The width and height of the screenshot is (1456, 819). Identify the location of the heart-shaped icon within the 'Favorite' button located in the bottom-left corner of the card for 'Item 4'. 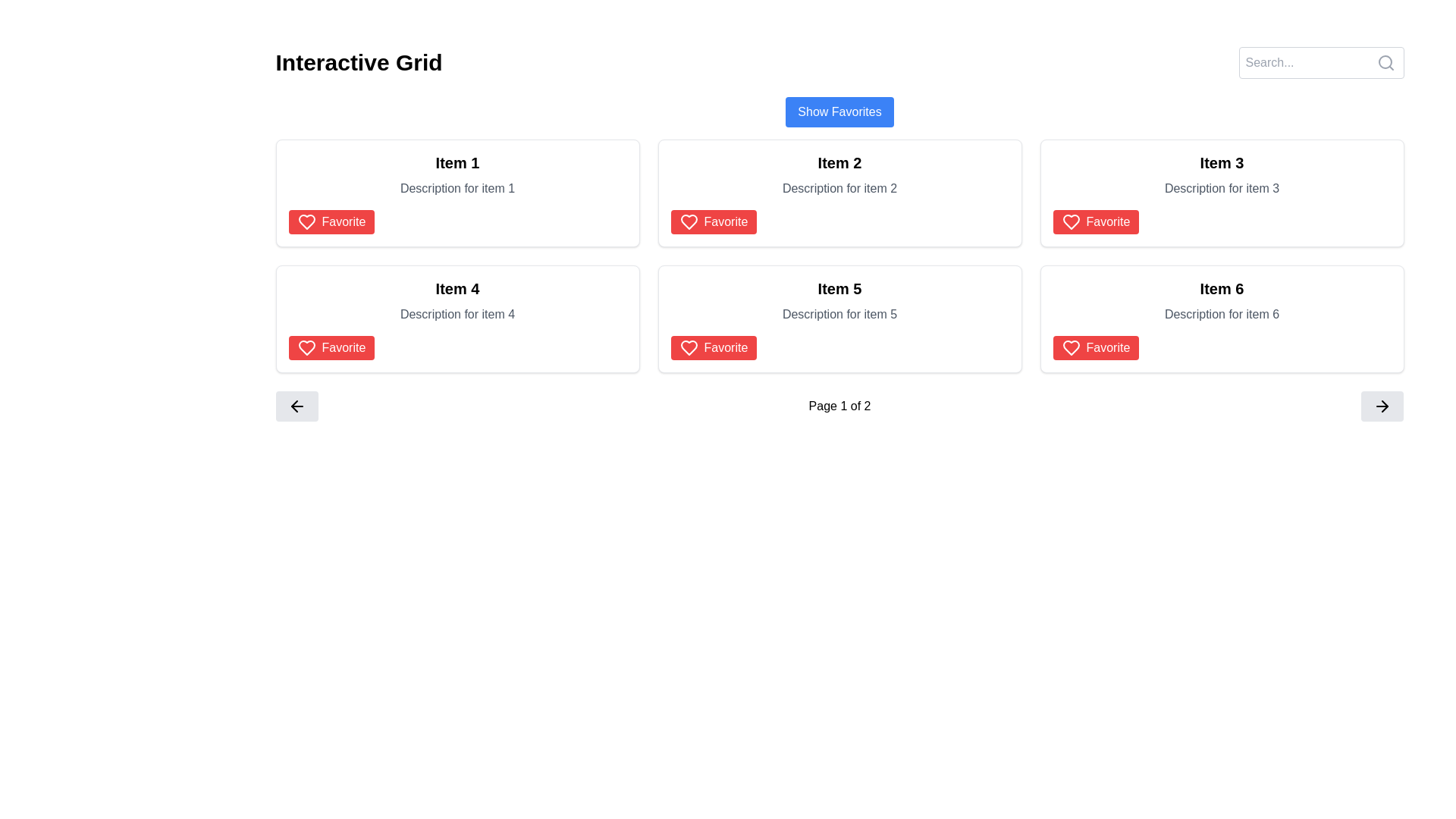
(306, 348).